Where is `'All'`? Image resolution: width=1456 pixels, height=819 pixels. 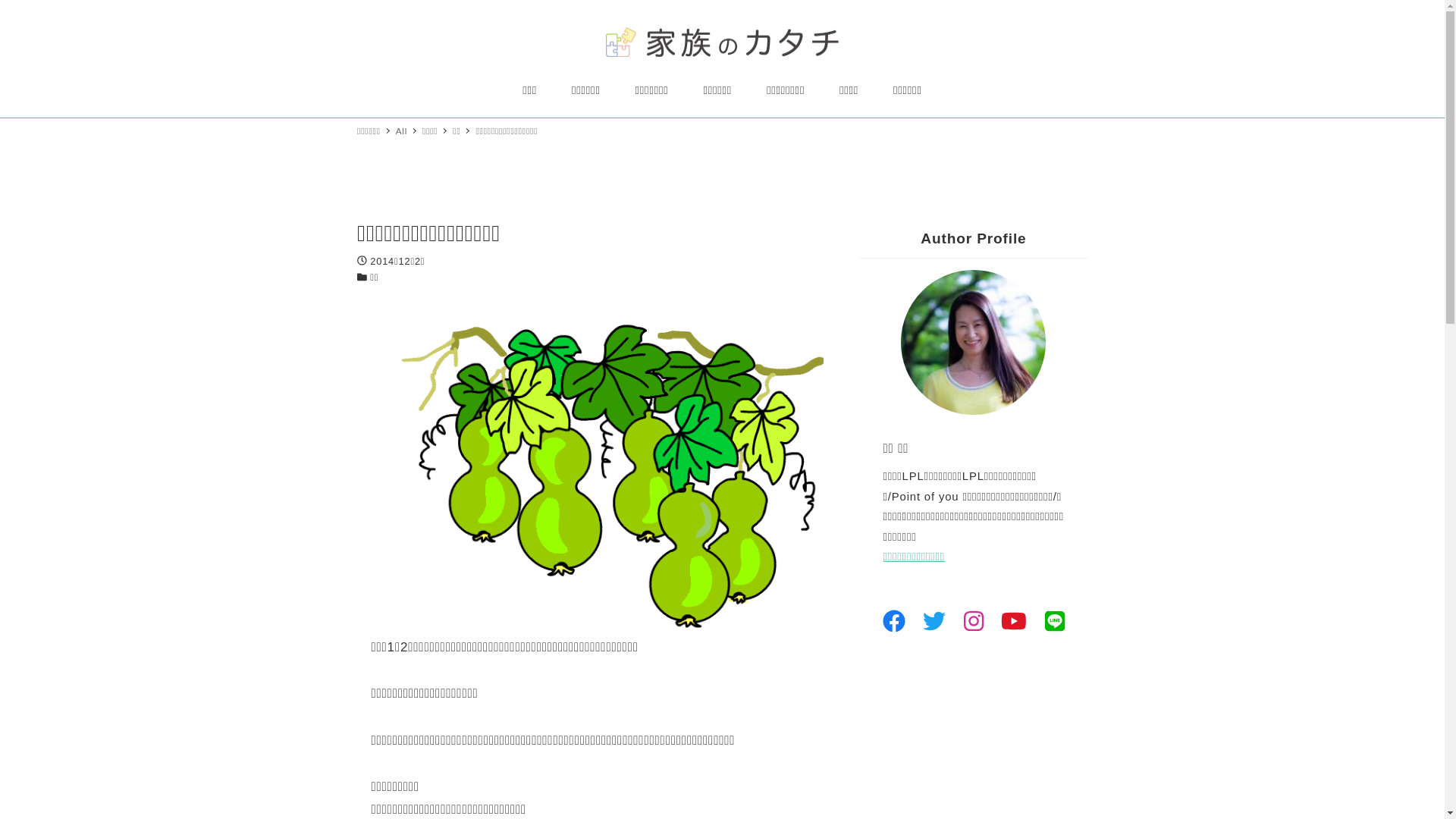
'All' is located at coordinates (396, 130).